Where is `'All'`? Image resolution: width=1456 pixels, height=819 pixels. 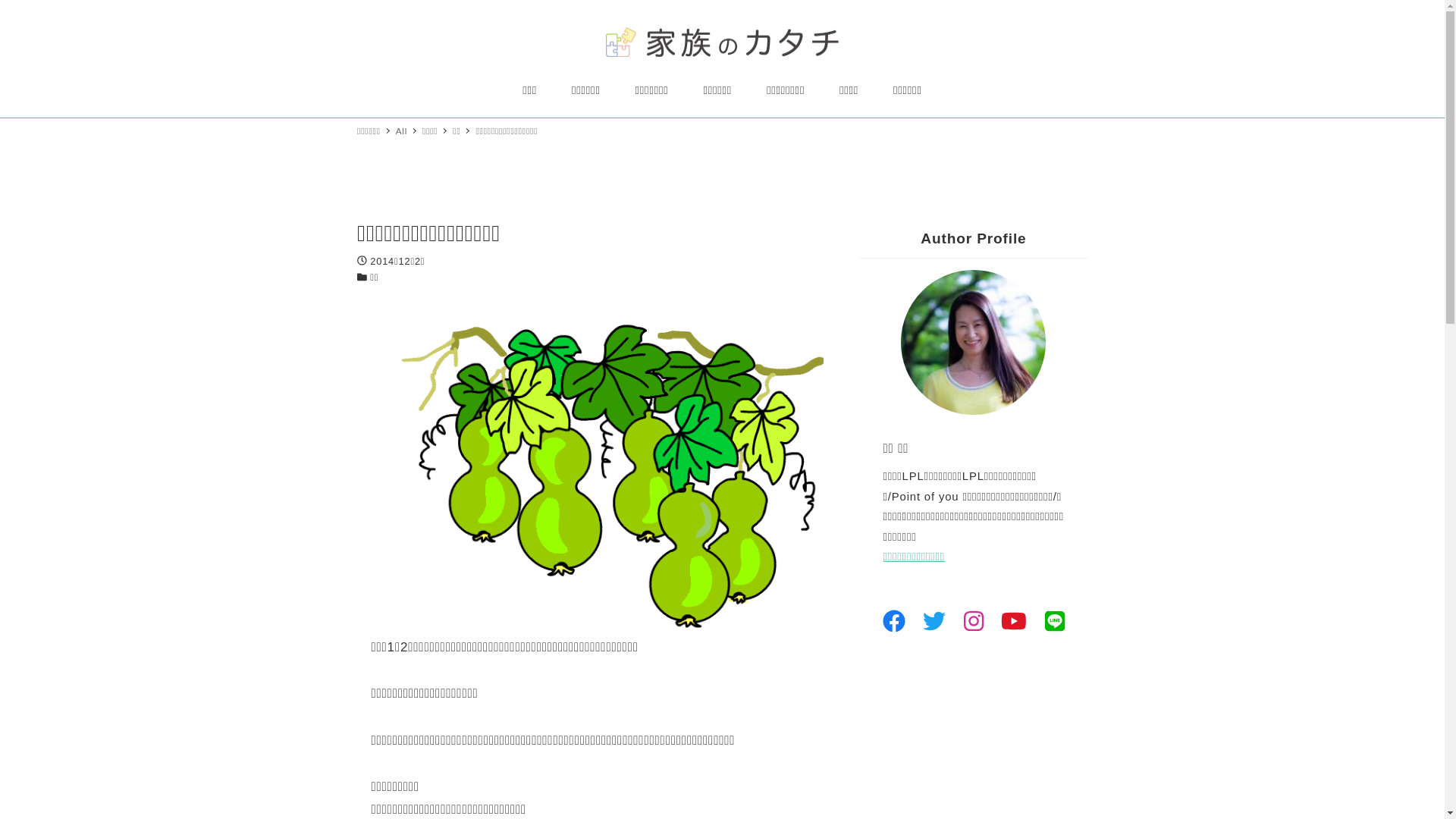
'All' is located at coordinates (396, 130).